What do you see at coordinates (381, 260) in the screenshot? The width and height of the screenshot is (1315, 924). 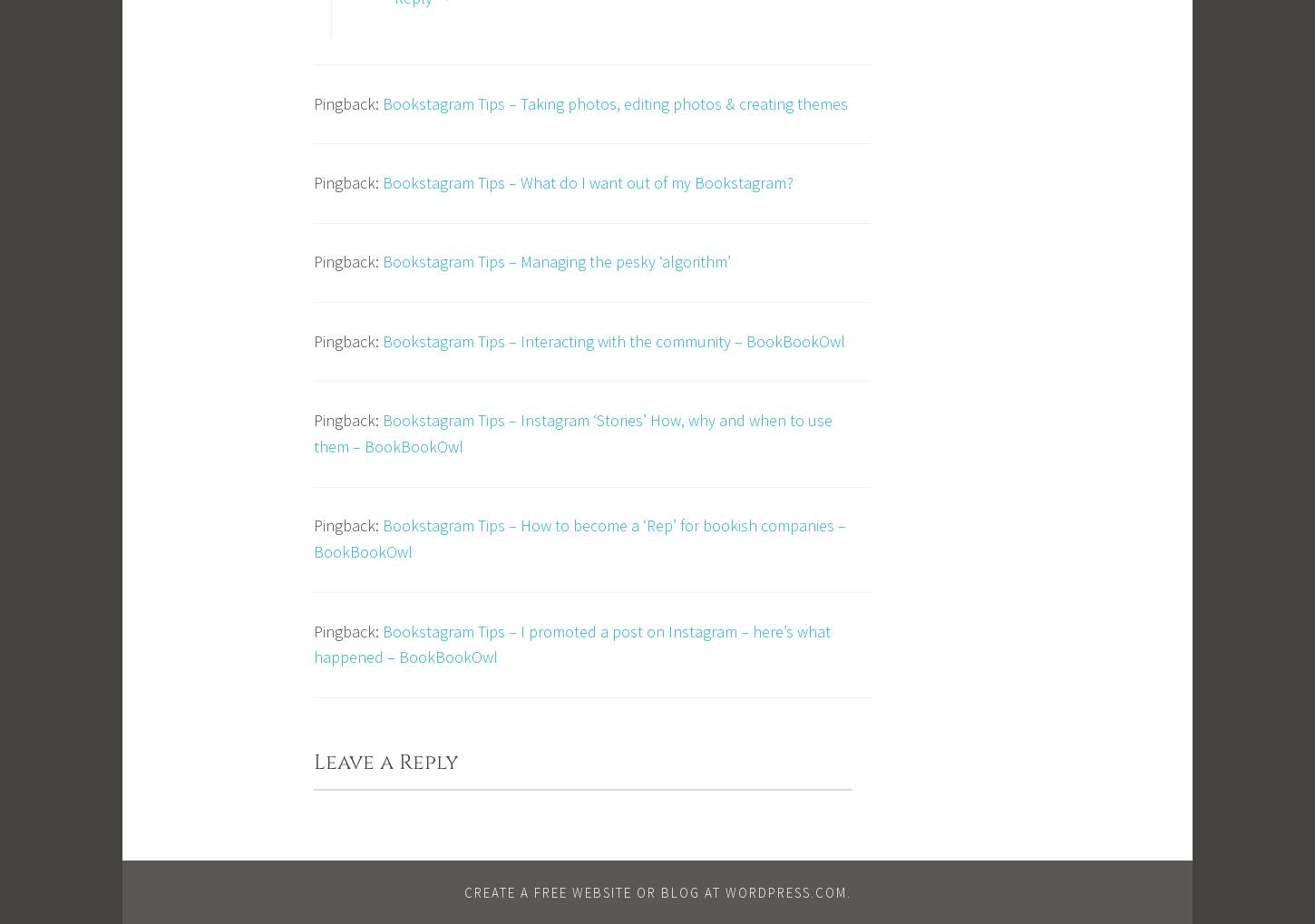 I see `'Bookstagram Tips – Managing the pesky ‘algorithm’'` at bounding box center [381, 260].